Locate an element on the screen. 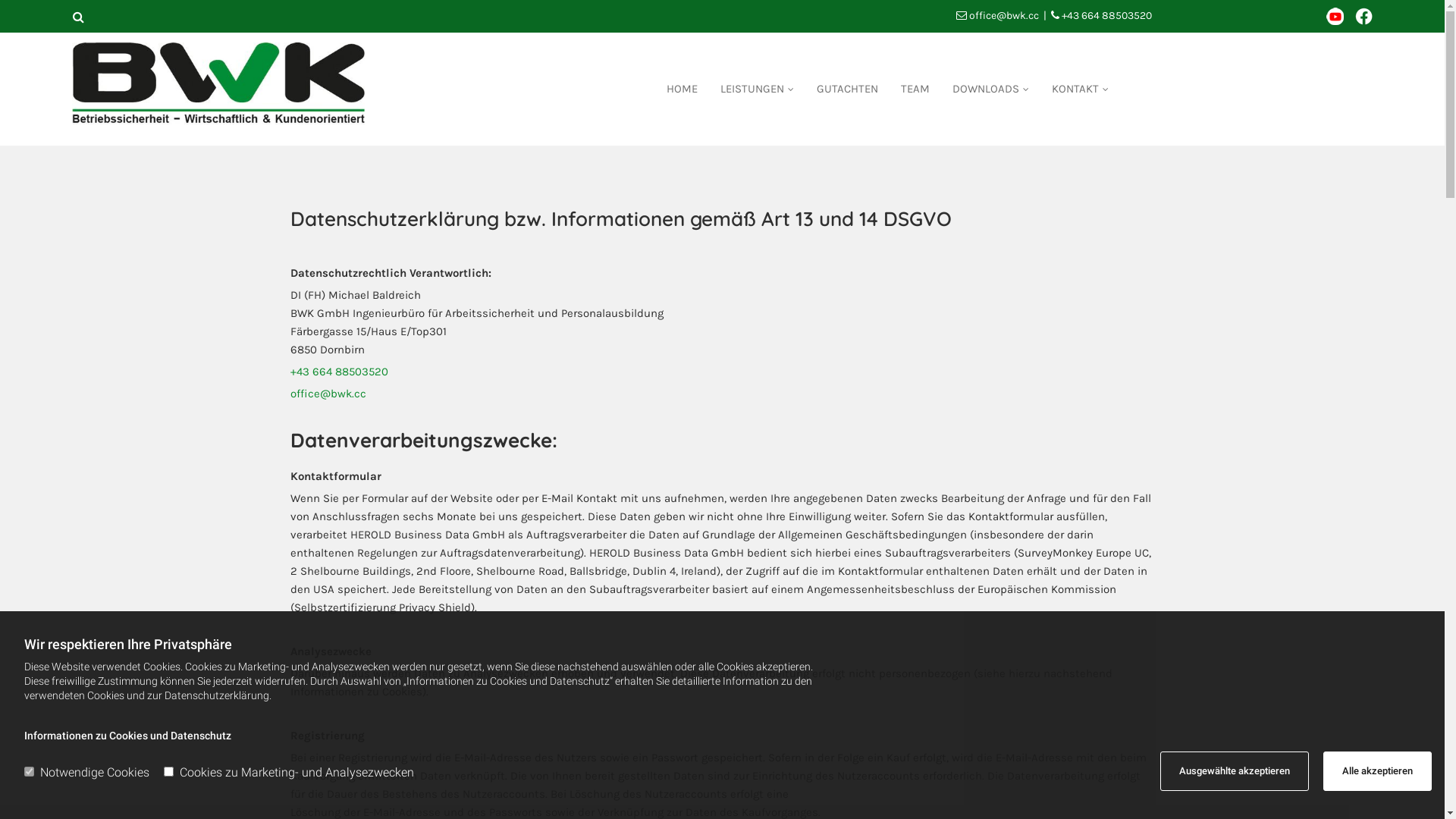 This screenshot has height=819, width=1456. 'Logo' is located at coordinates (224, 89).